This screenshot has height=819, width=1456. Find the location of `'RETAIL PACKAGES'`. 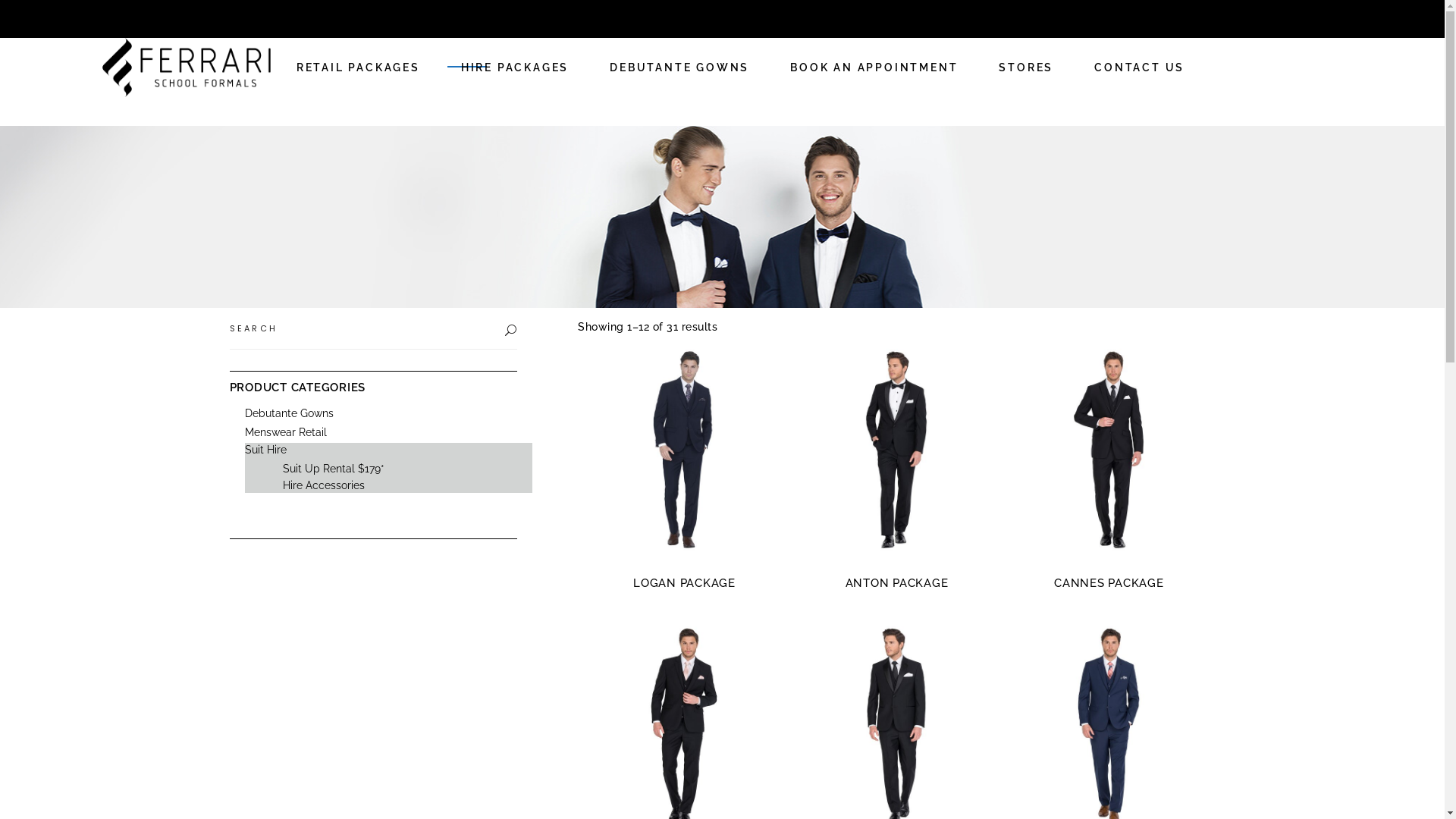

'RETAIL PACKAGES' is located at coordinates (357, 66).